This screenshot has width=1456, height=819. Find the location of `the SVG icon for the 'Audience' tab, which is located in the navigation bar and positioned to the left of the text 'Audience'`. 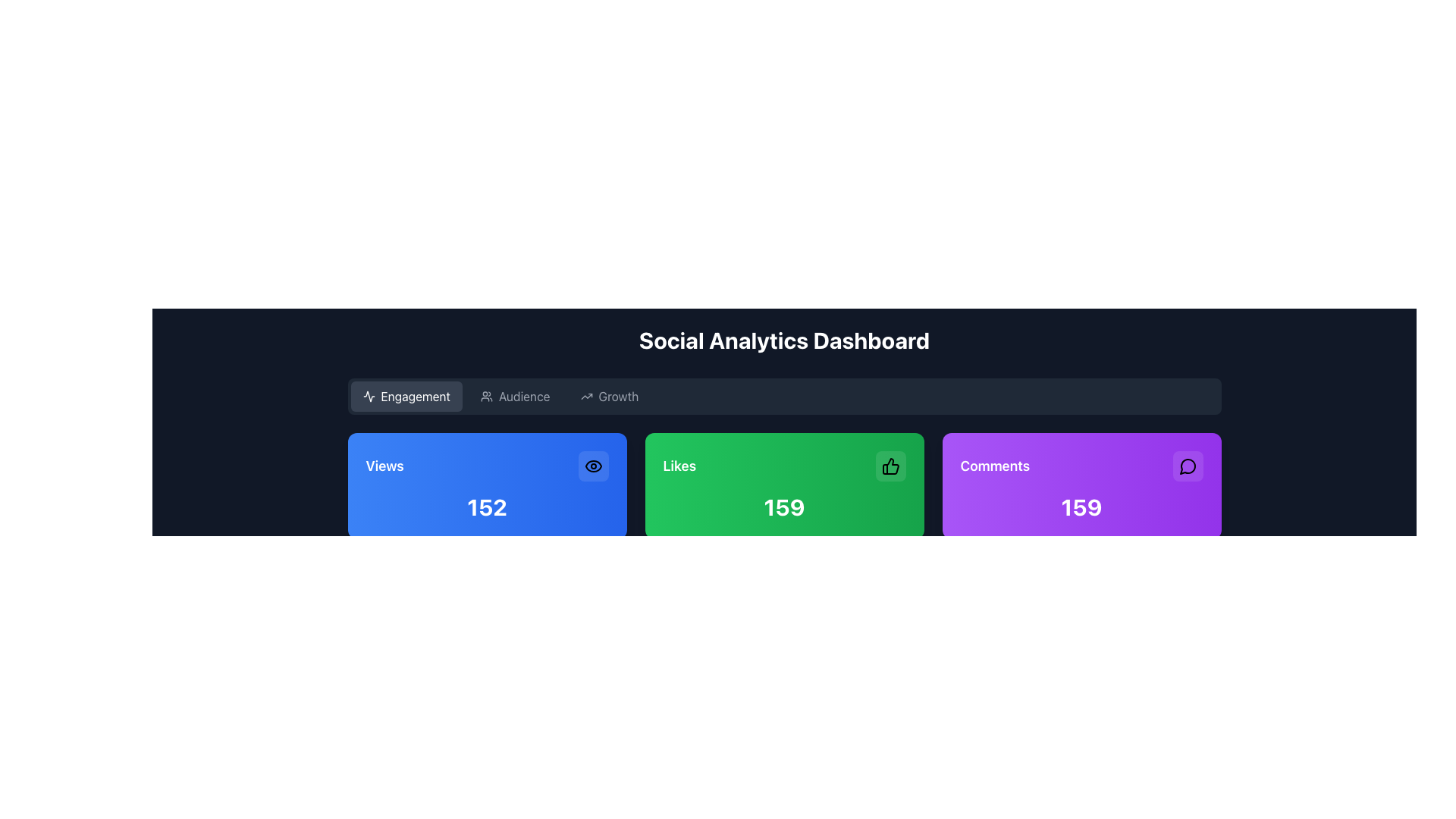

the SVG icon for the 'Audience' tab, which is located in the navigation bar and positioned to the left of the text 'Audience' is located at coordinates (486, 396).